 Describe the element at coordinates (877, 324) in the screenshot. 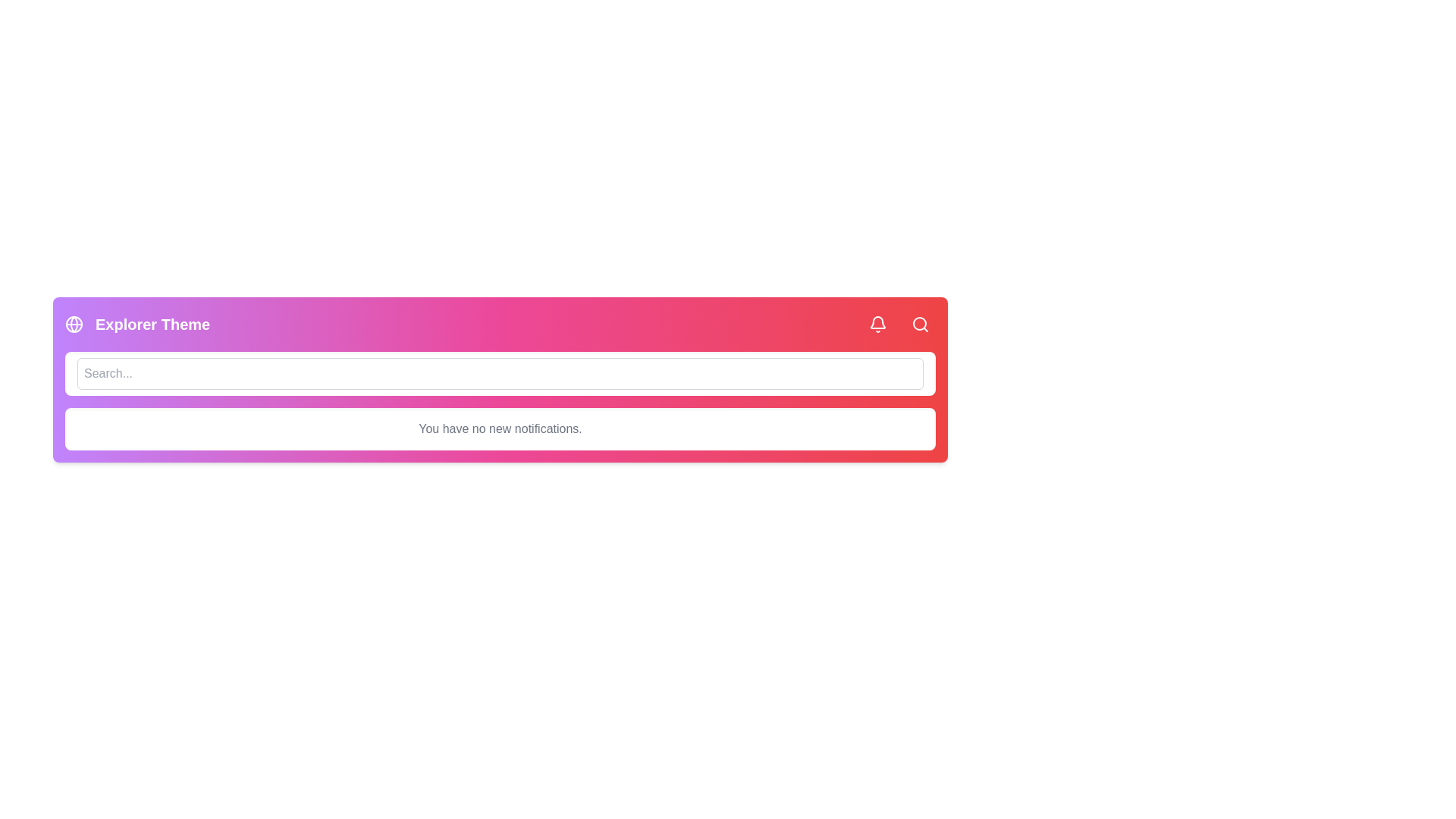

I see `the circular notification bell button, which has a red background and a bell icon` at that location.